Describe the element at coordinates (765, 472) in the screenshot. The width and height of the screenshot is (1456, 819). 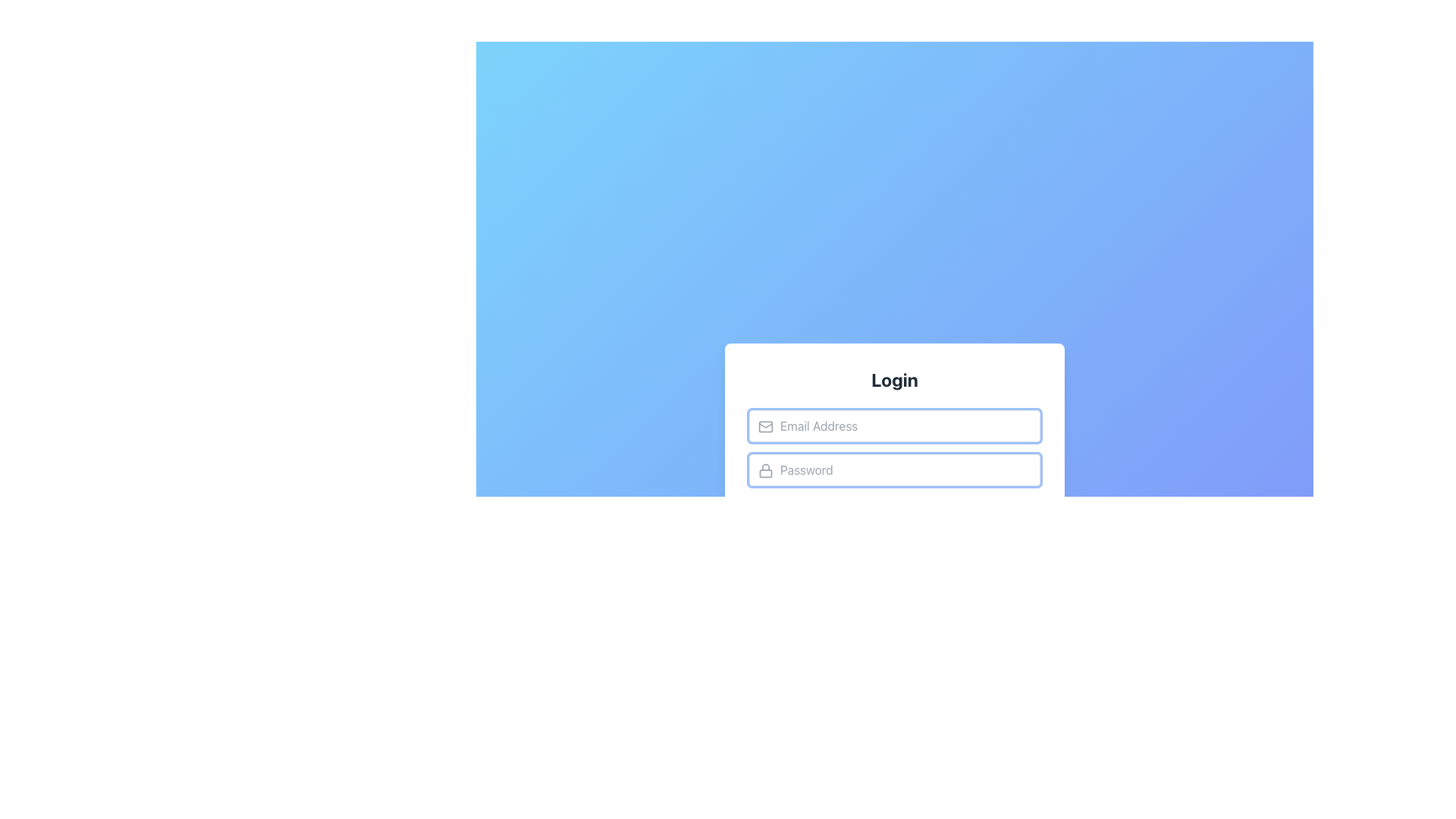
I see `the rectangular lock body element located at the bottom section of the lock icon, which is positioned directly below the arc of the lock, adjacent to the 'Password' input field` at that location.